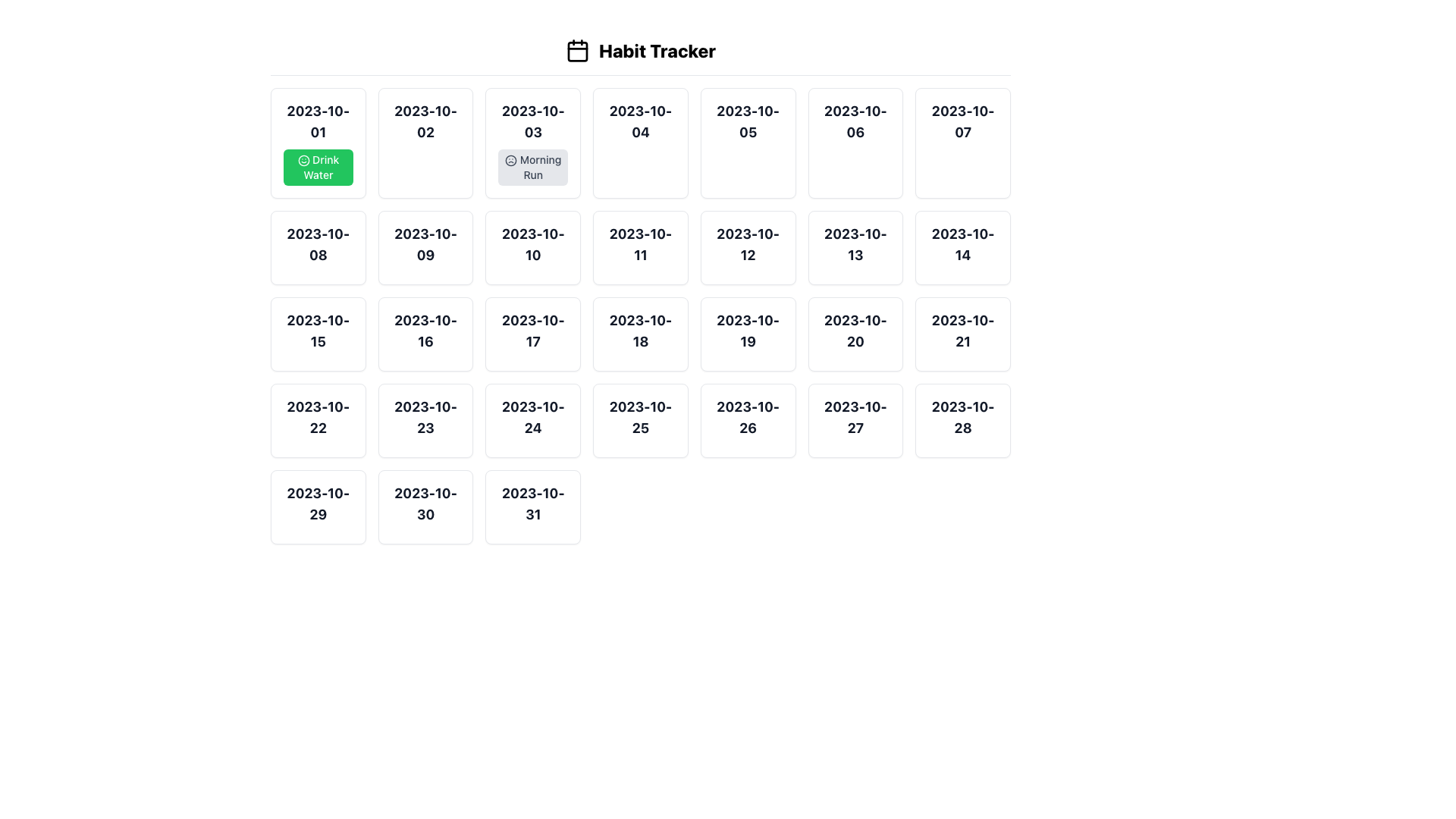  What do you see at coordinates (962, 244) in the screenshot?
I see `the bold text label displaying the date '2023-10-14', which is centrally positioned within a rounded, bordered block in the last column of the second row of the grid layout` at bounding box center [962, 244].